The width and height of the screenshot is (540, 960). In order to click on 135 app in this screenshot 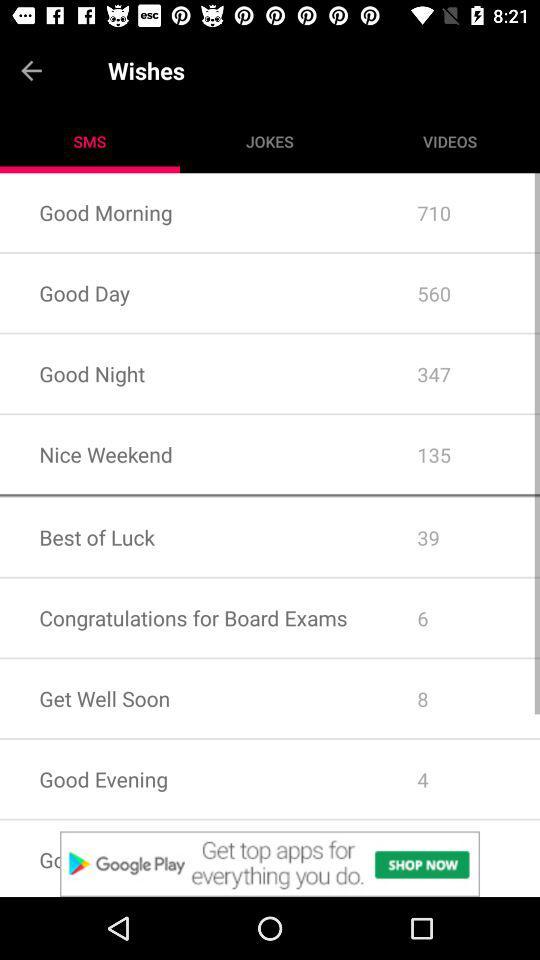, I will do `click(459, 454)`.